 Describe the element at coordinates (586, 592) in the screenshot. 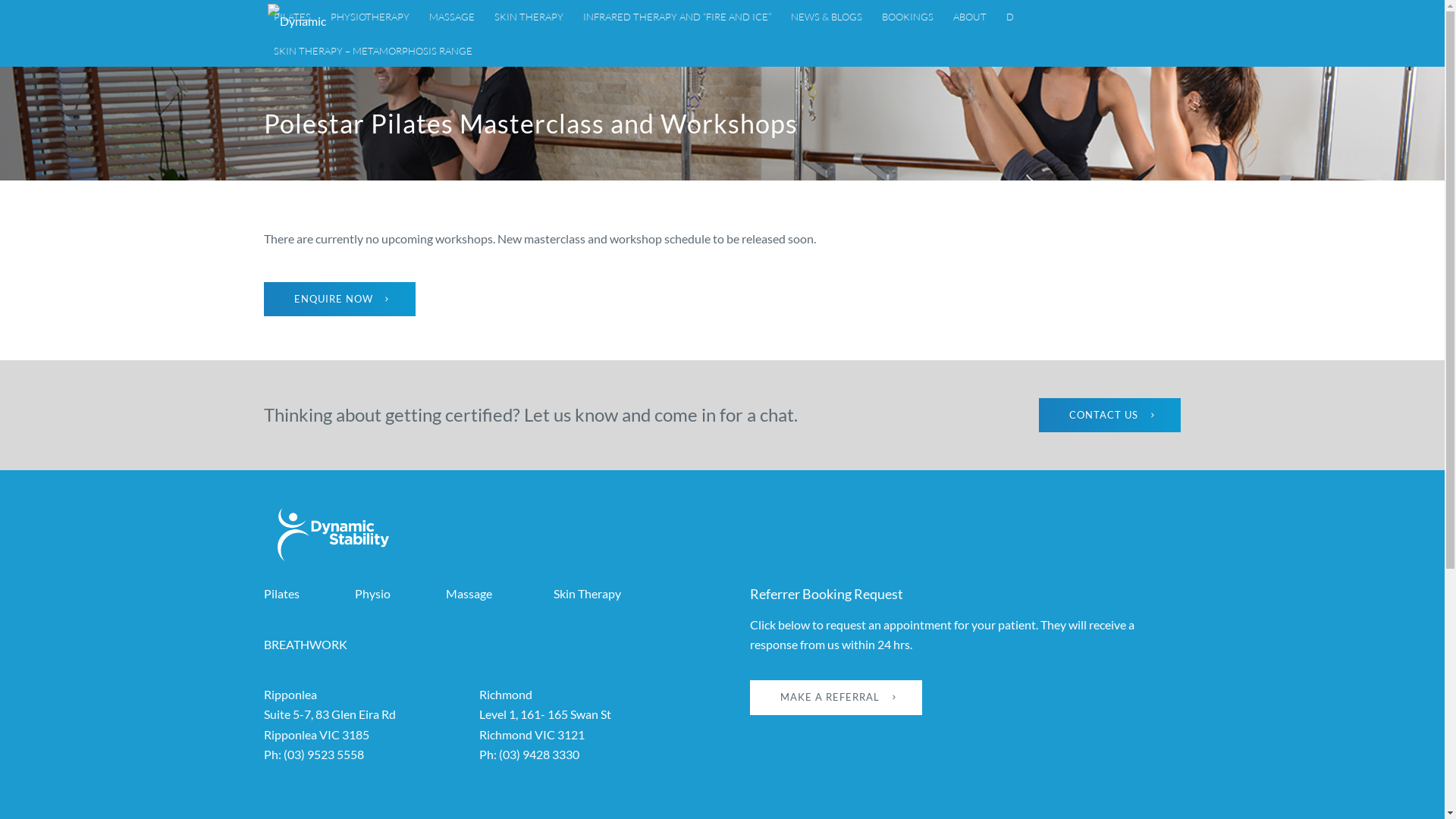

I see `'Skin Therapy'` at that location.